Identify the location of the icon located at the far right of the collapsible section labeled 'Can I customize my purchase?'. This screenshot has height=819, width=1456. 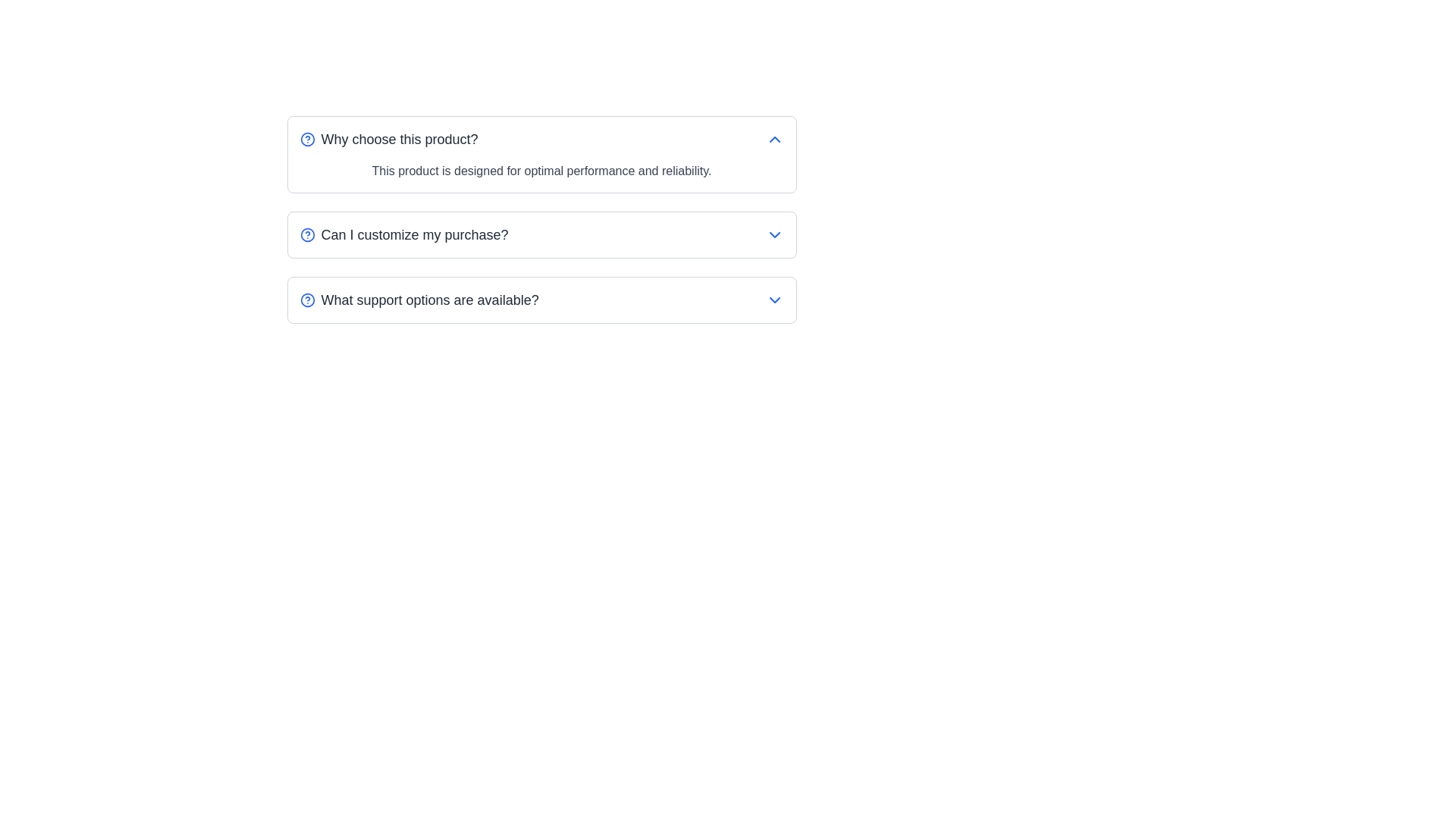
(774, 234).